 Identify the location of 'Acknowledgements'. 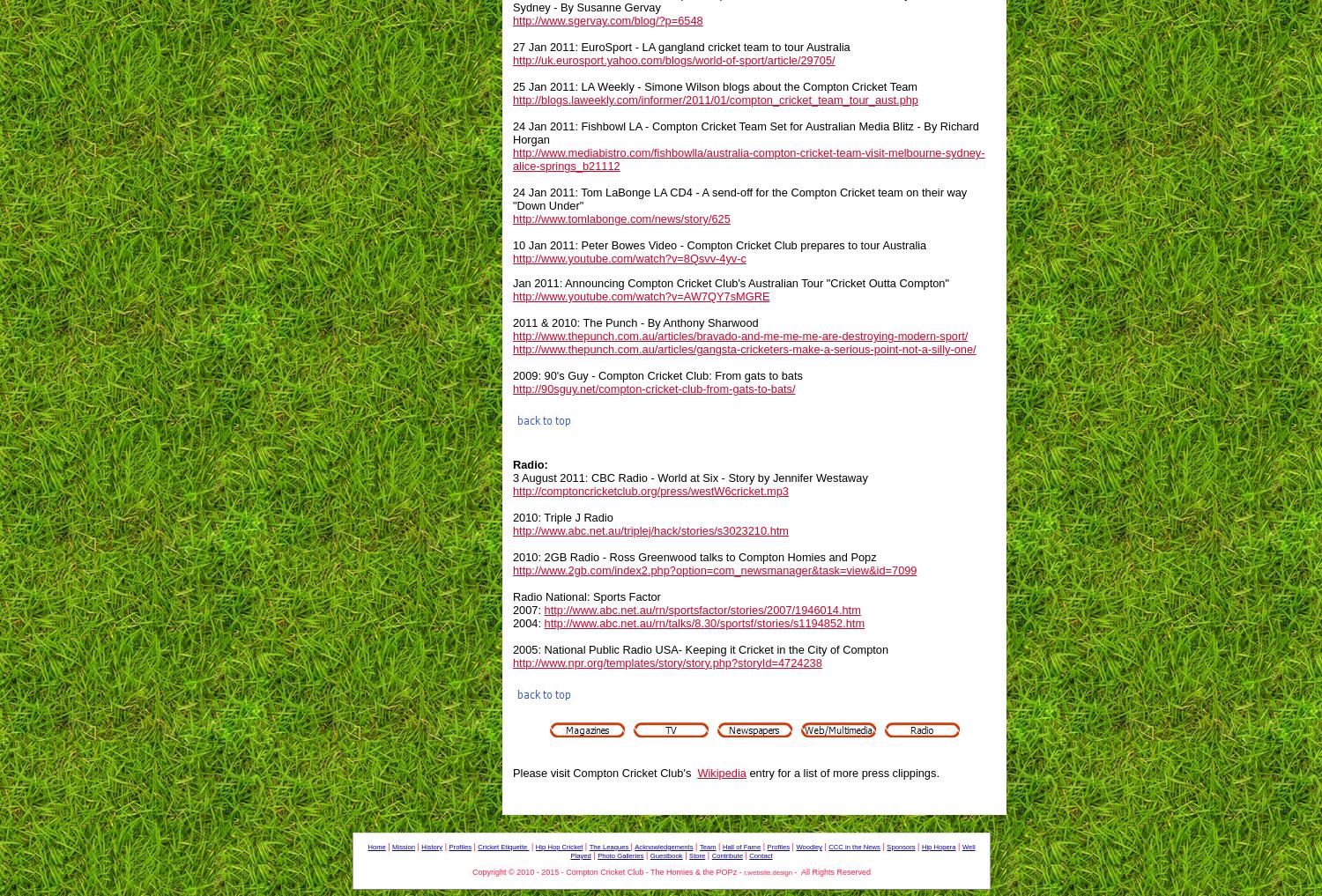
(664, 845).